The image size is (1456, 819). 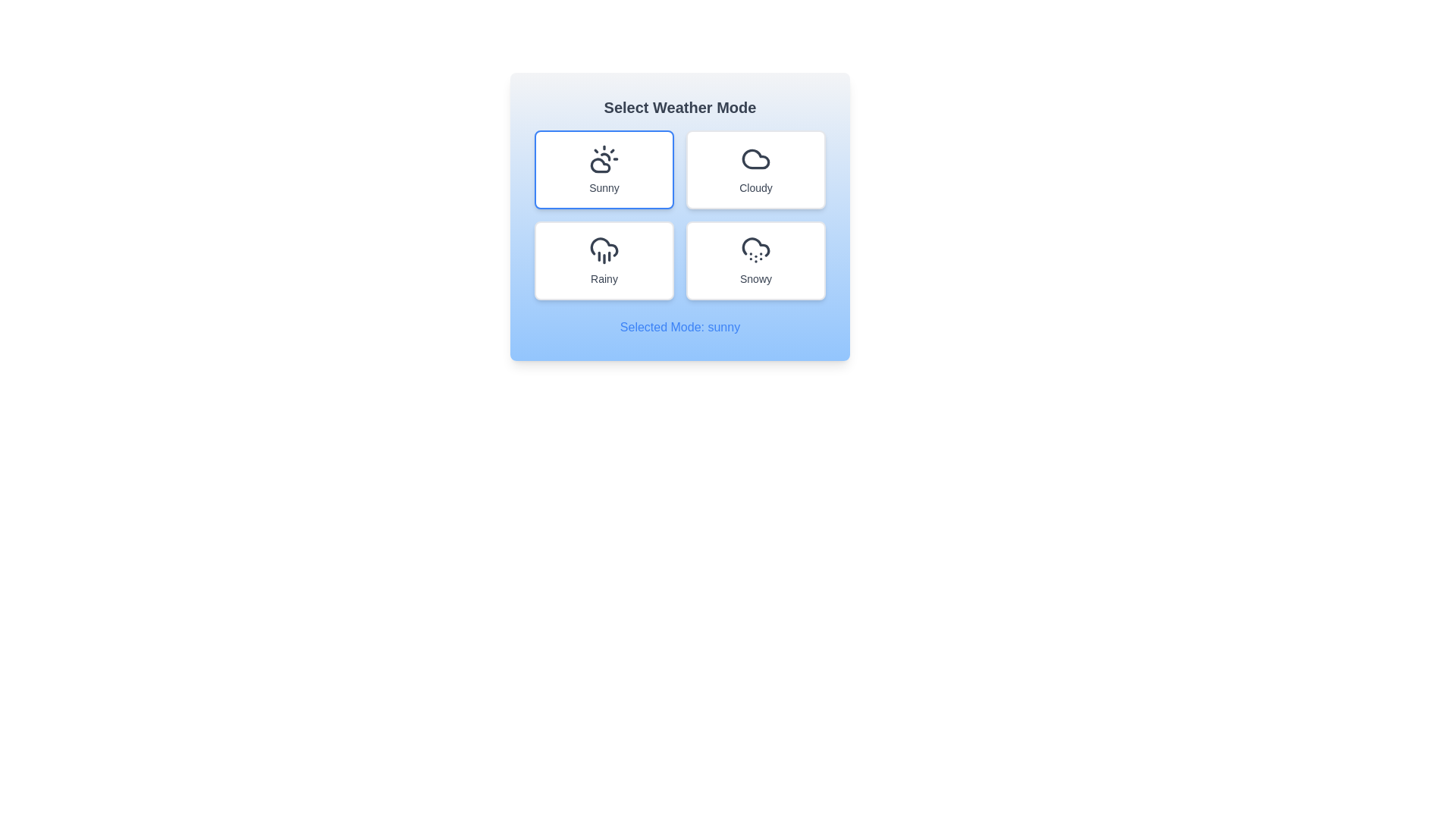 I want to click on the weather mode button labeled Snowy, so click(x=756, y=259).